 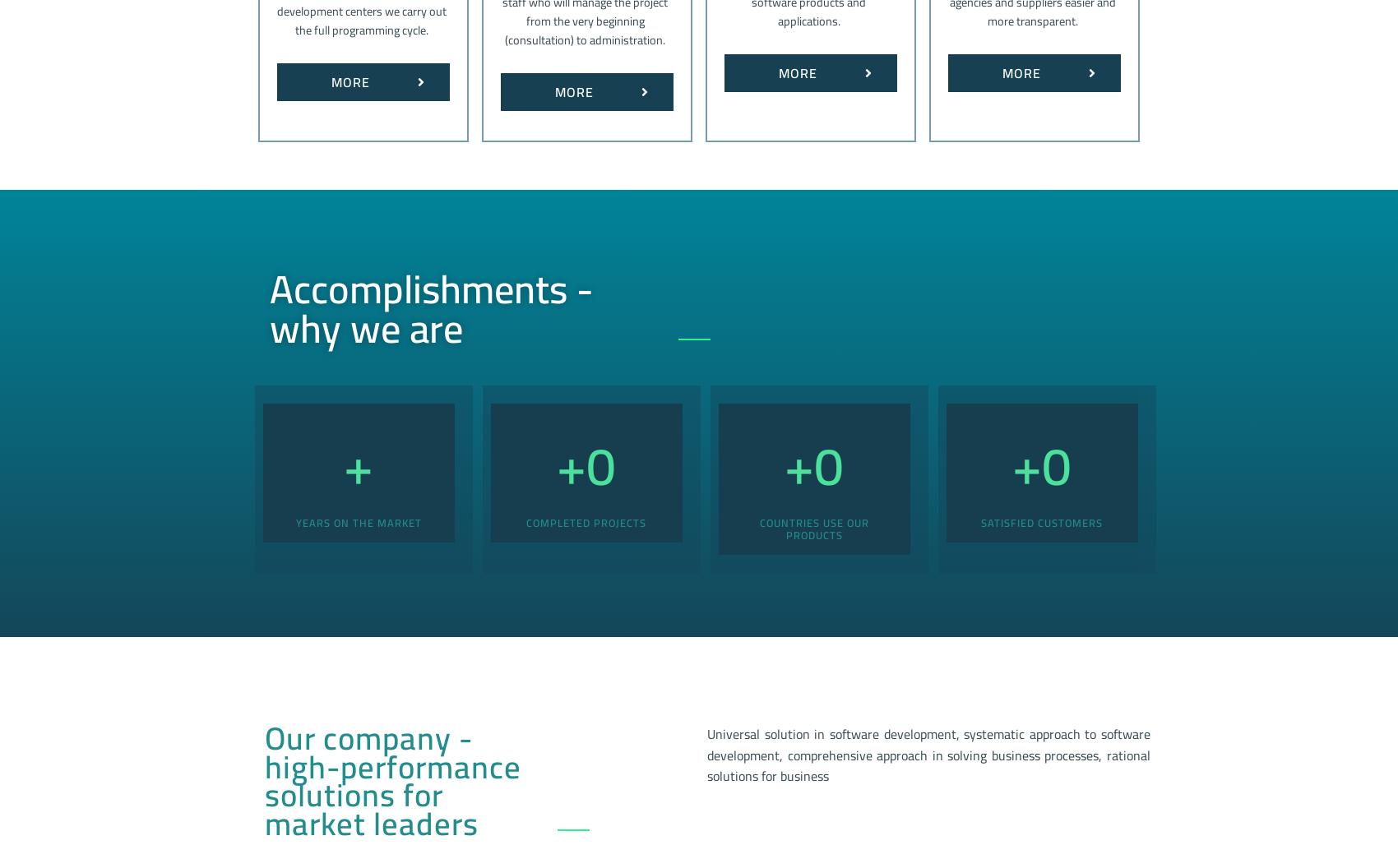 What do you see at coordinates (358, 520) in the screenshot?
I see `'years on the market'` at bounding box center [358, 520].